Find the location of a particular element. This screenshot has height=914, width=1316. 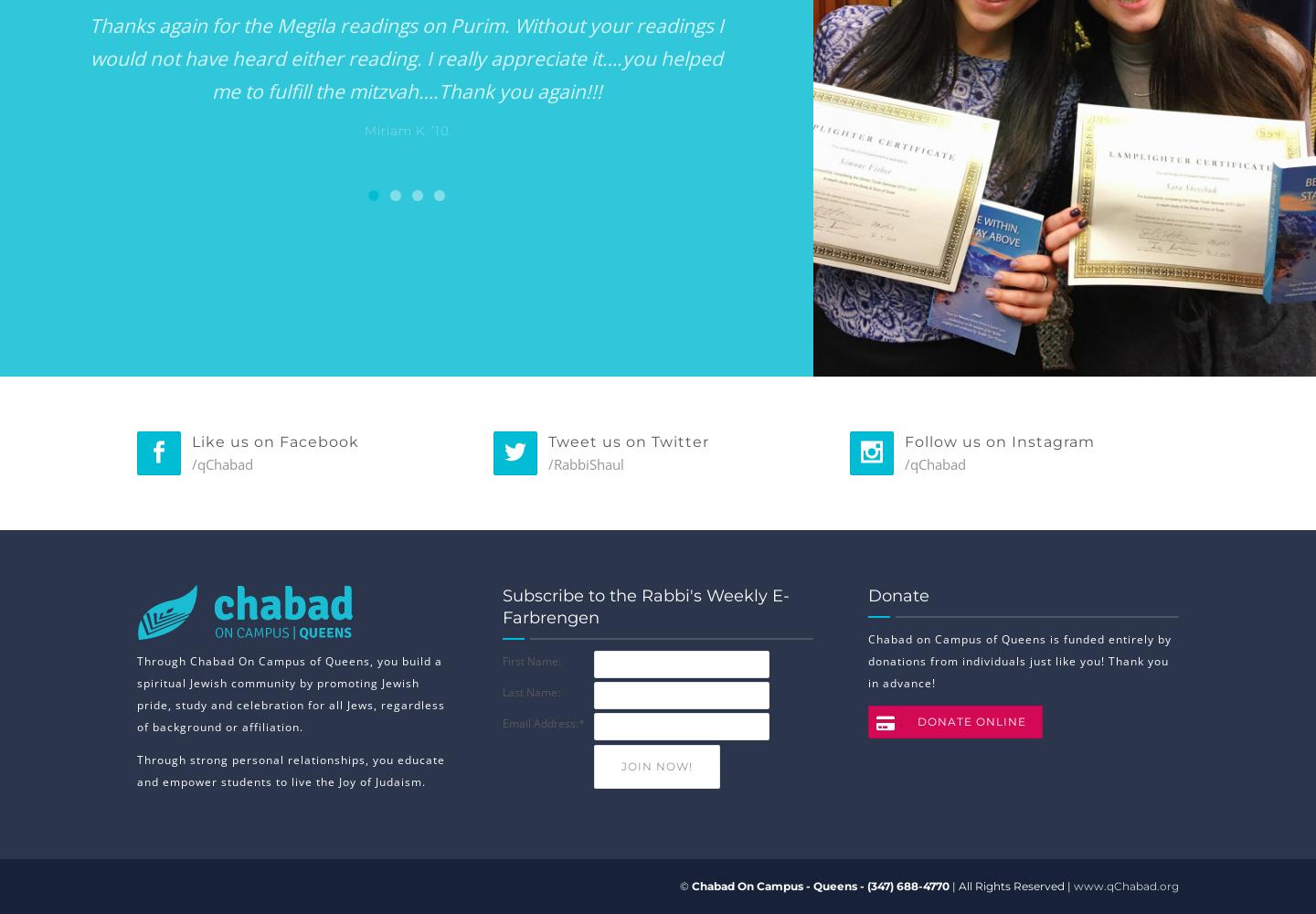

'Through Chabad On Campus of Queens, you build a spiritual Jewish community by promoting Jewish pride, study and celebration for all Jews, regardless of background or affiliation.' is located at coordinates (291, 694).